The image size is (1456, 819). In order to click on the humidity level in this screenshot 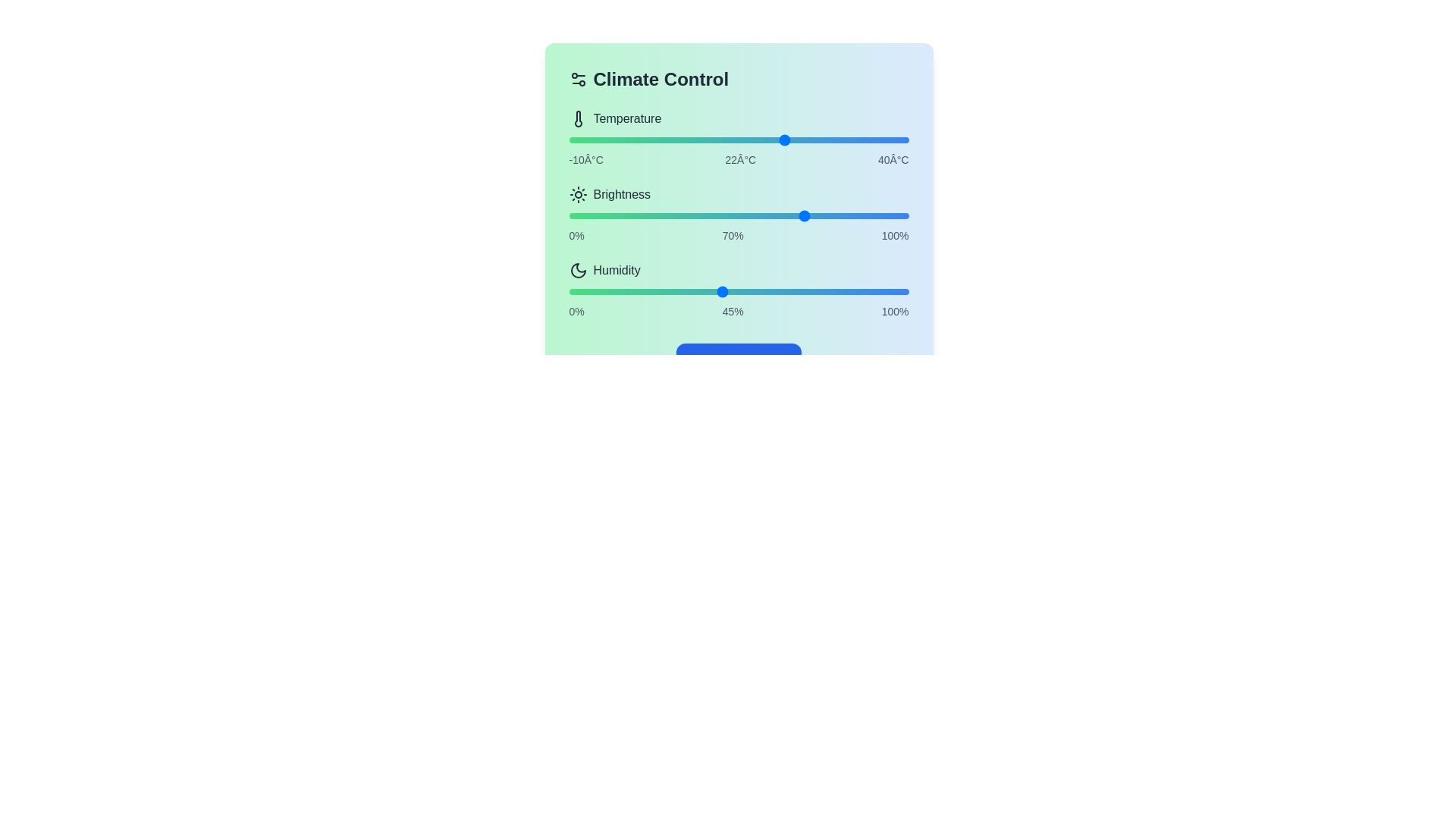, I will do `click(676, 292)`.